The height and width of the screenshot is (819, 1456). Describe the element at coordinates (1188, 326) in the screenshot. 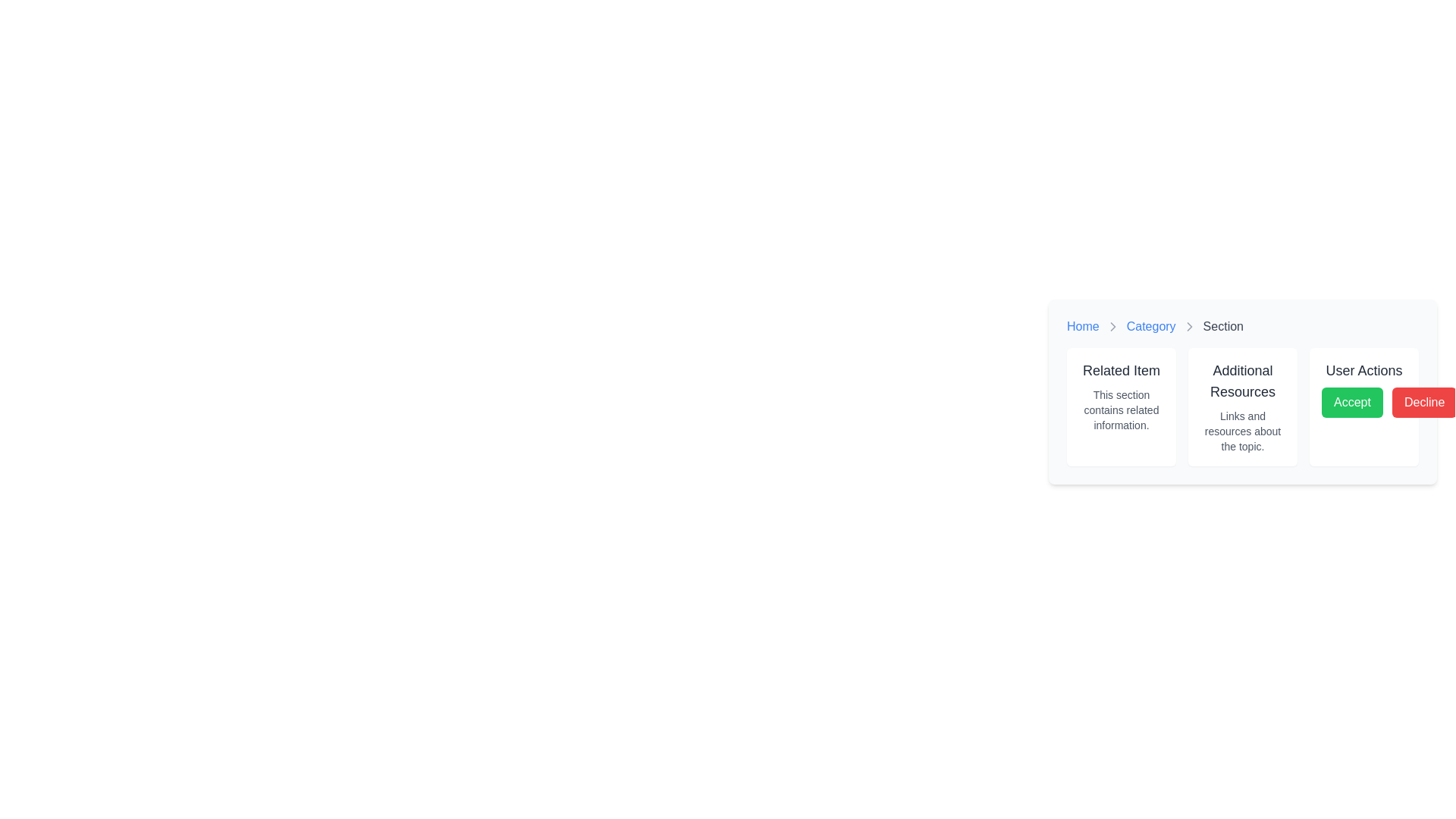

I see `the rightward-pointing chevron icon, which is a small triangular-shaped element with a thin gray stroke, located in the breadcrumb navigation trail between the 'Category' link and the 'Section' label` at that location.